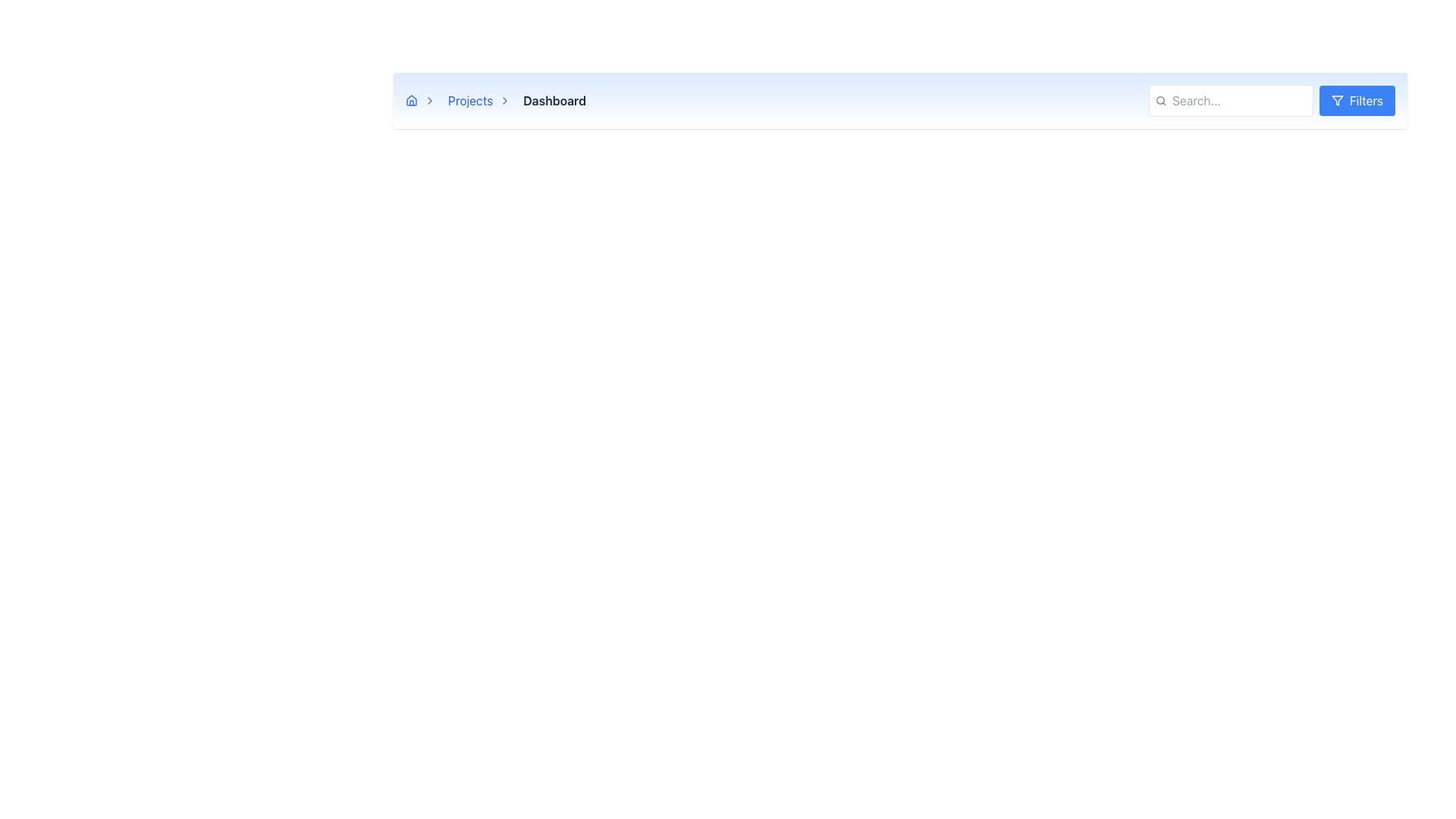  I want to click on the circular part of the magnifying glass icon located in the top-right corner of the search bar interface, so click(1159, 100).